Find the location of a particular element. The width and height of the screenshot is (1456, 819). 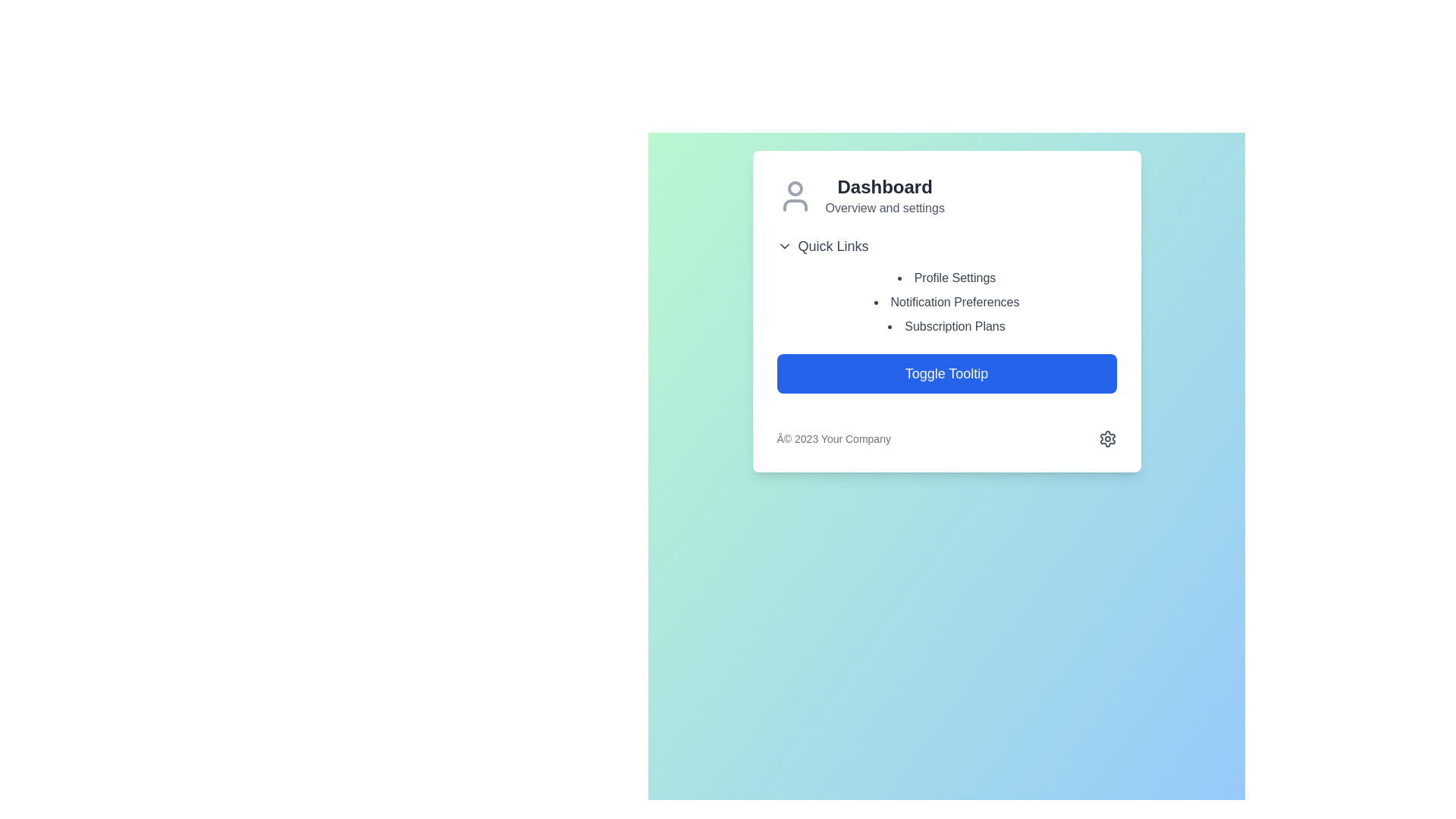

static text element that displays 'Overview and settings' in a smaller, gray font located beneath the 'Dashboard' title in the top section of the interface is located at coordinates (885, 208).